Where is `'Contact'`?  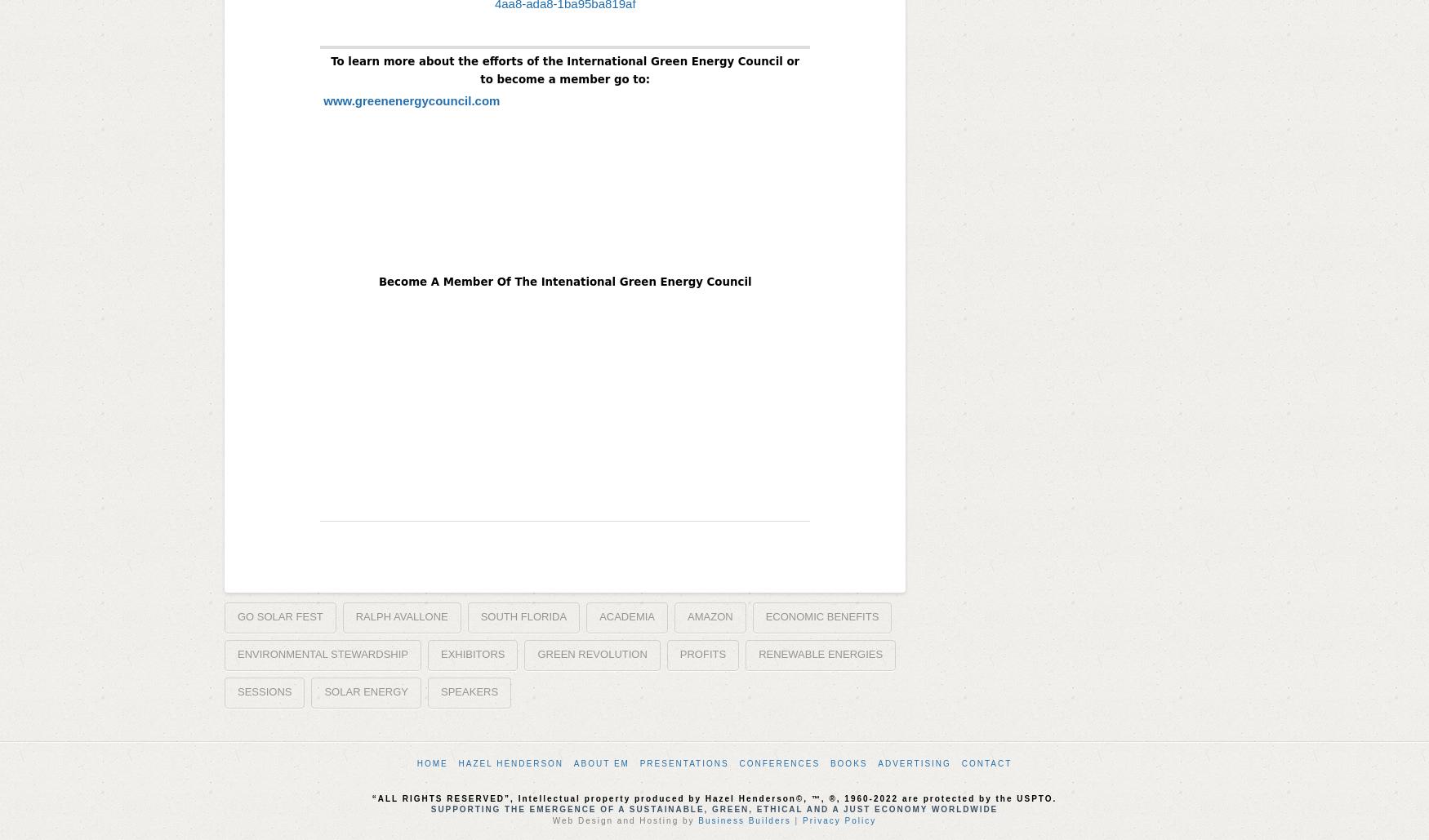 'Contact' is located at coordinates (986, 762).